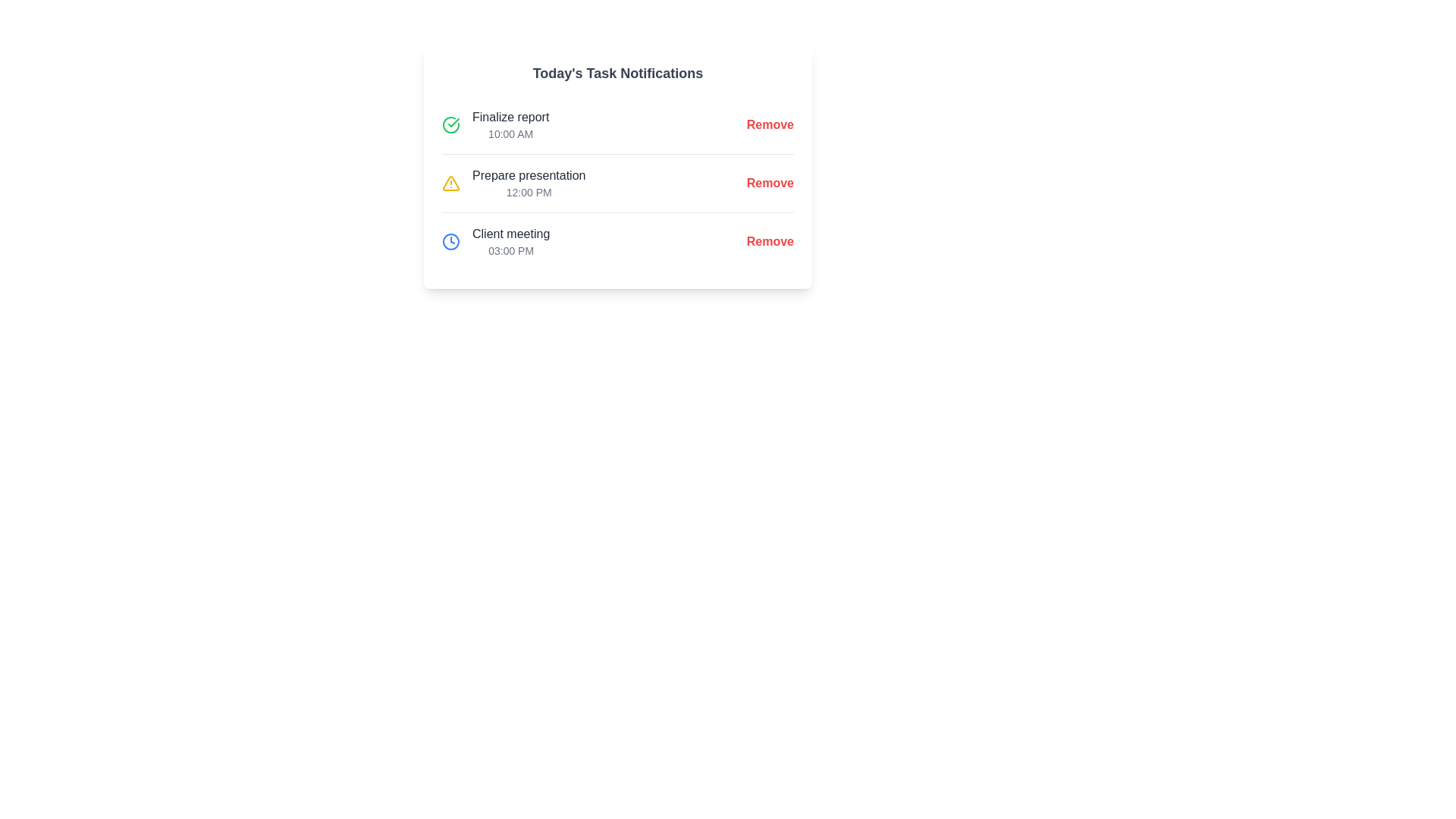  Describe the element at coordinates (770, 241) in the screenshot. I see `the 'Remove' button displayed in bold red font, located to the right of 'Client meeting' under 'Today's Task Notifications'` at that location.